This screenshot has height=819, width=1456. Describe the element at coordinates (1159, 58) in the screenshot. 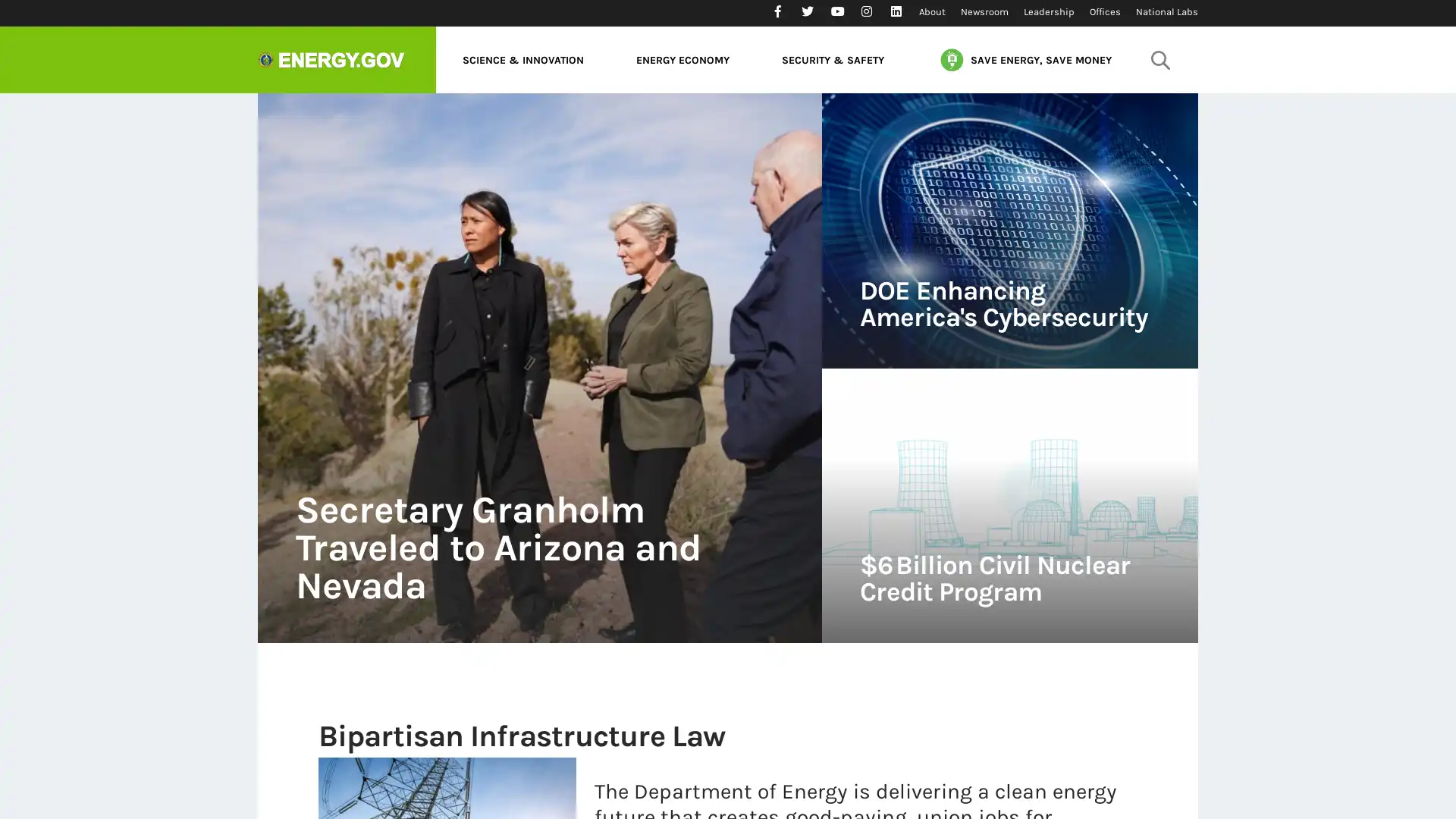

I see `submit` at that location.